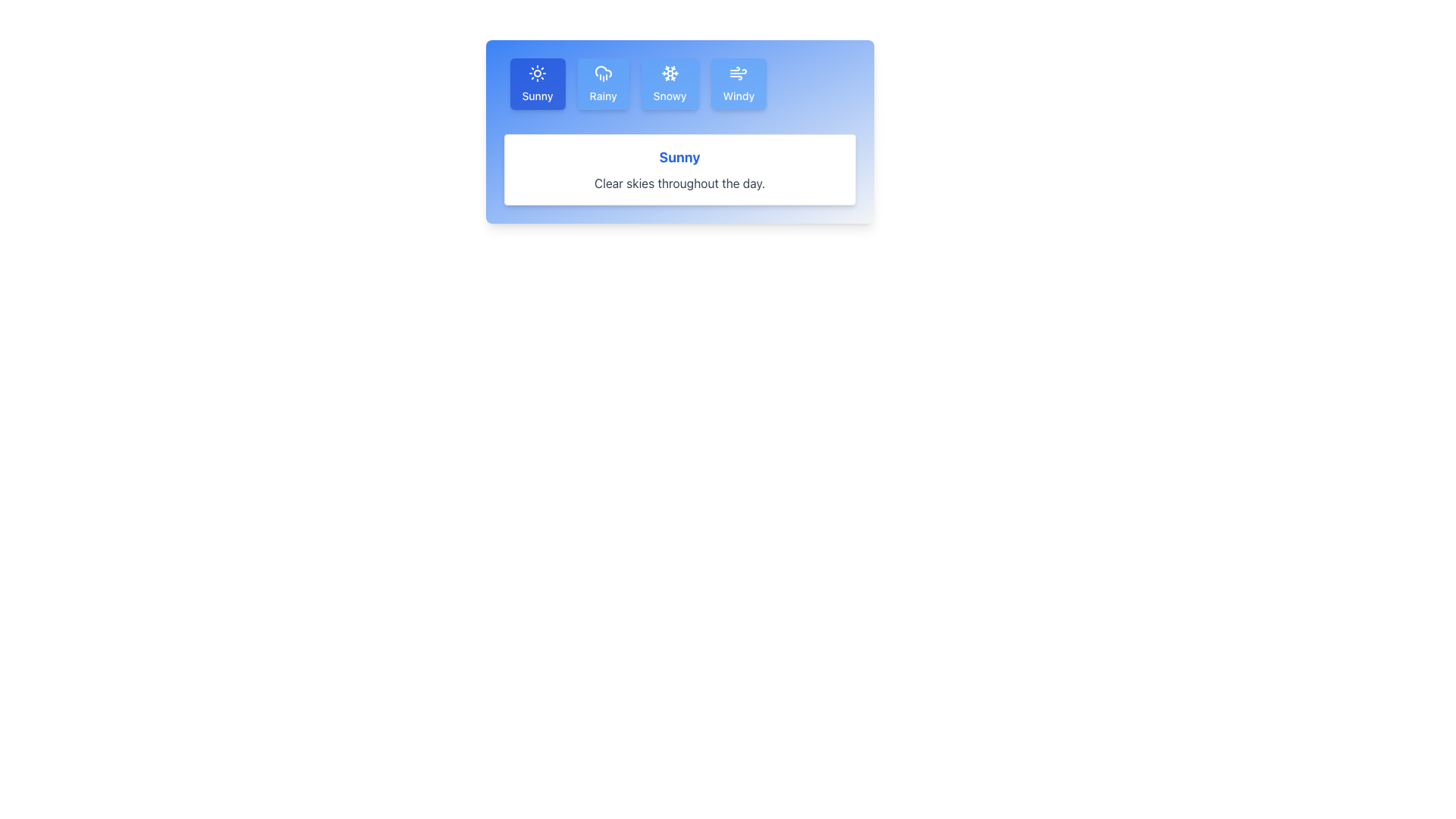  Describe the element at coordinates (669, 96) in the screenshot. I see `the text label displaying 'Snowy', which is positioned below a snowflake icon in the third button of a horizontal set of options` at that location.